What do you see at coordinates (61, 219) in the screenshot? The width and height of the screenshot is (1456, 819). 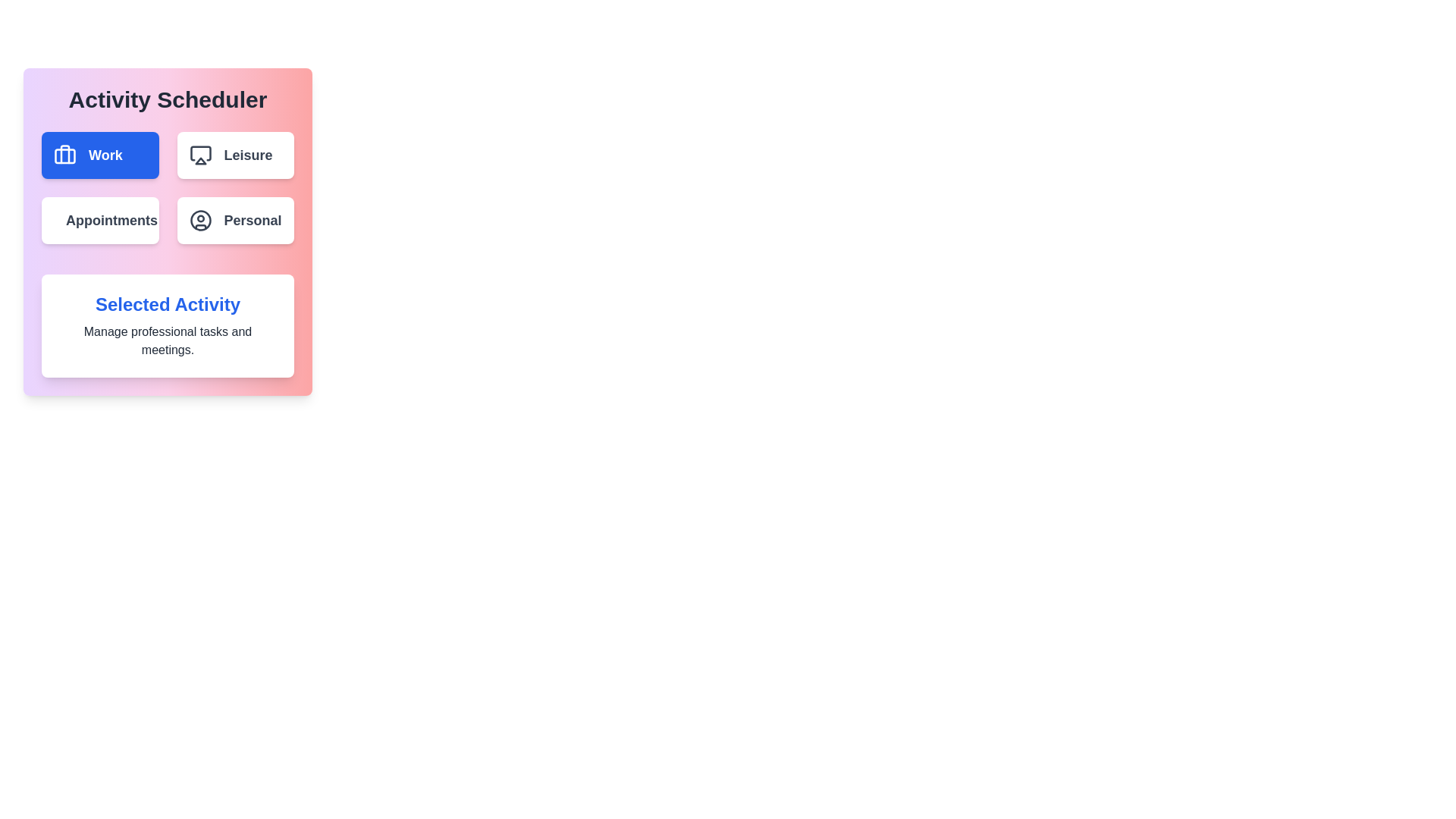 I see `the SVG rectangle that represents a calendar day icon within the upper-left quadrant of the icon's design` at bounding box center [61, 219].